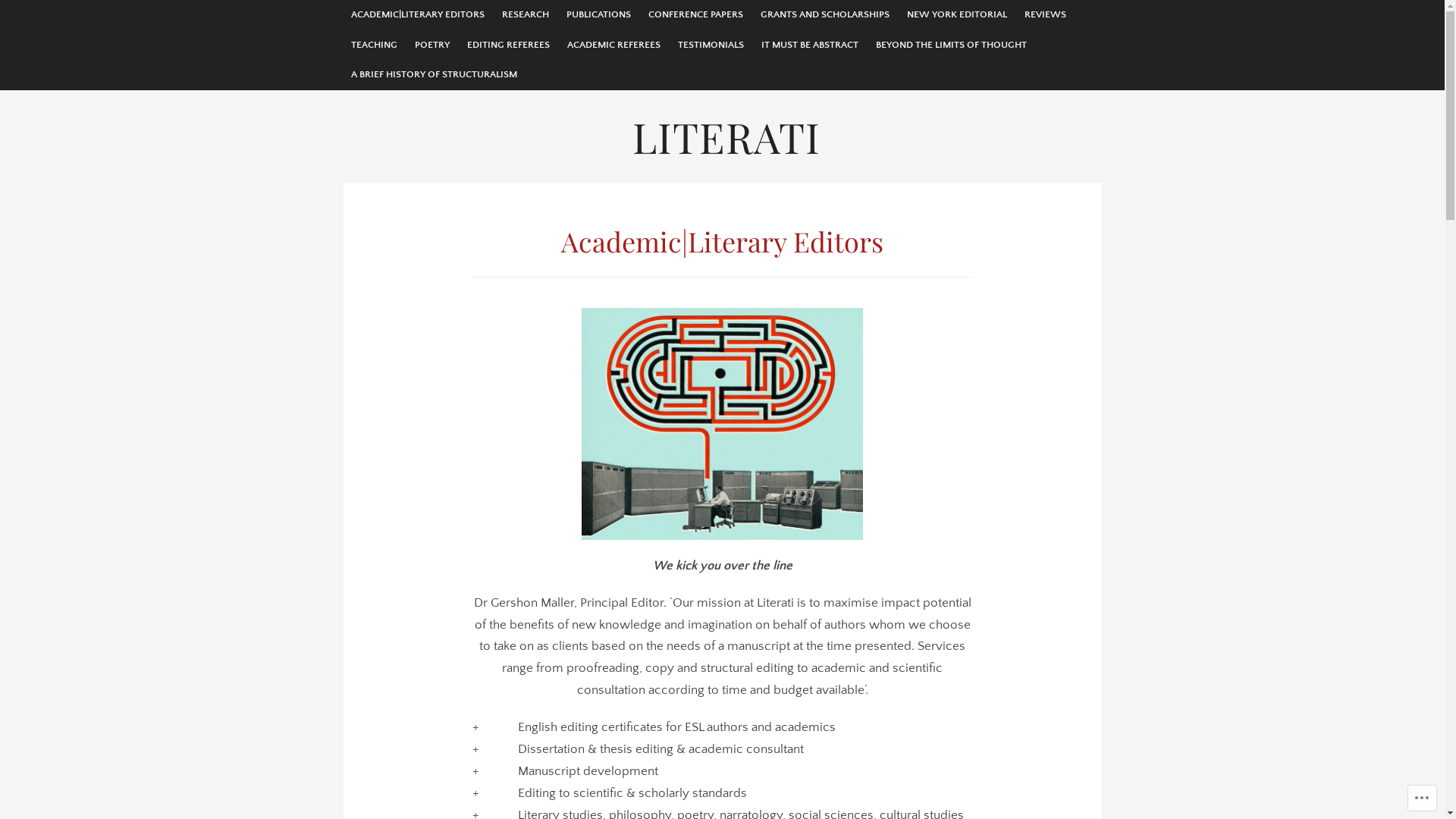 This screenshot has width=1456, height=819. I want to click on 'TEACHING', so click(373, 45).